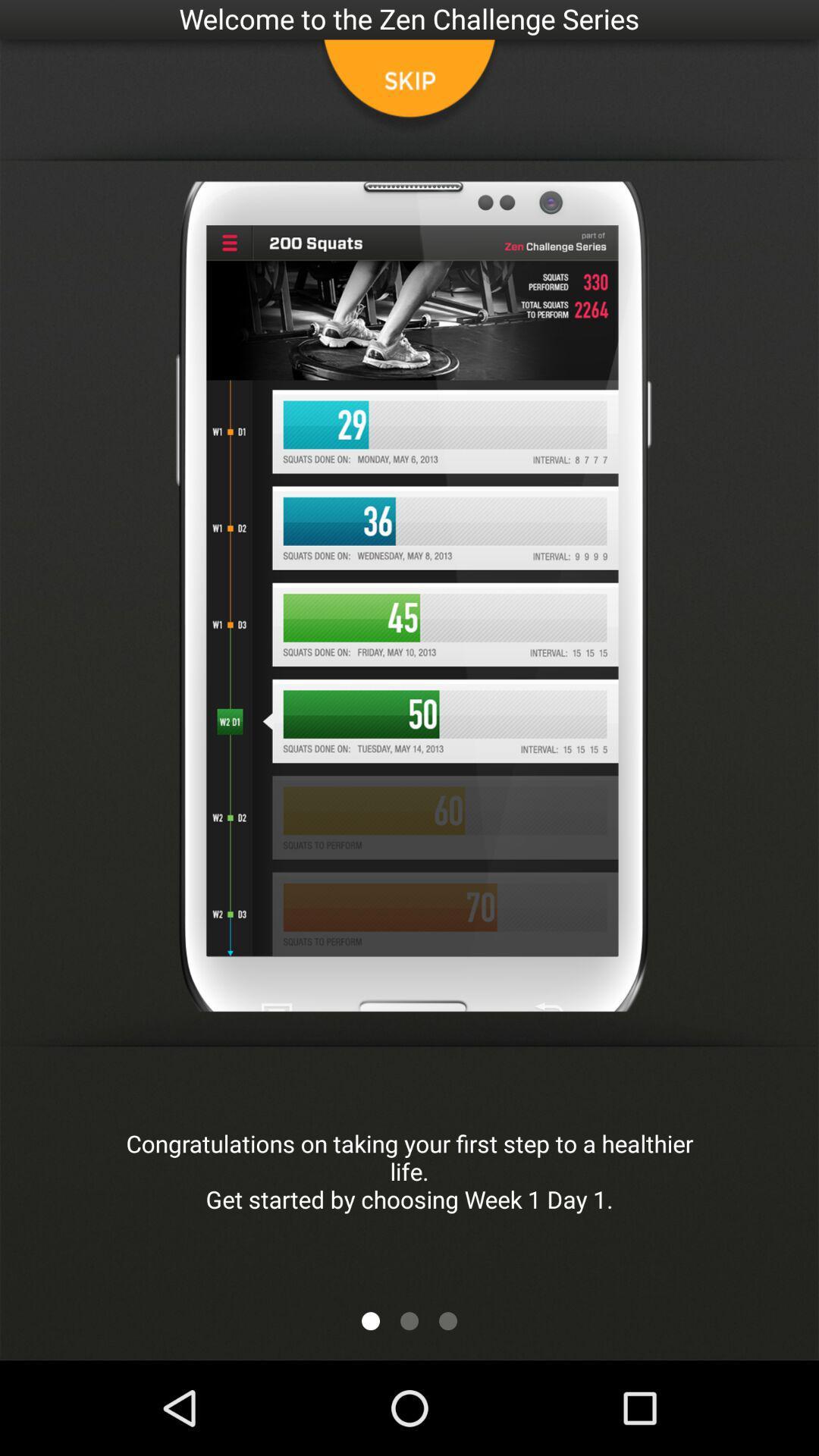 This screenshot has width=819, height=1456. I want to click on next page, so click(409, 1320).